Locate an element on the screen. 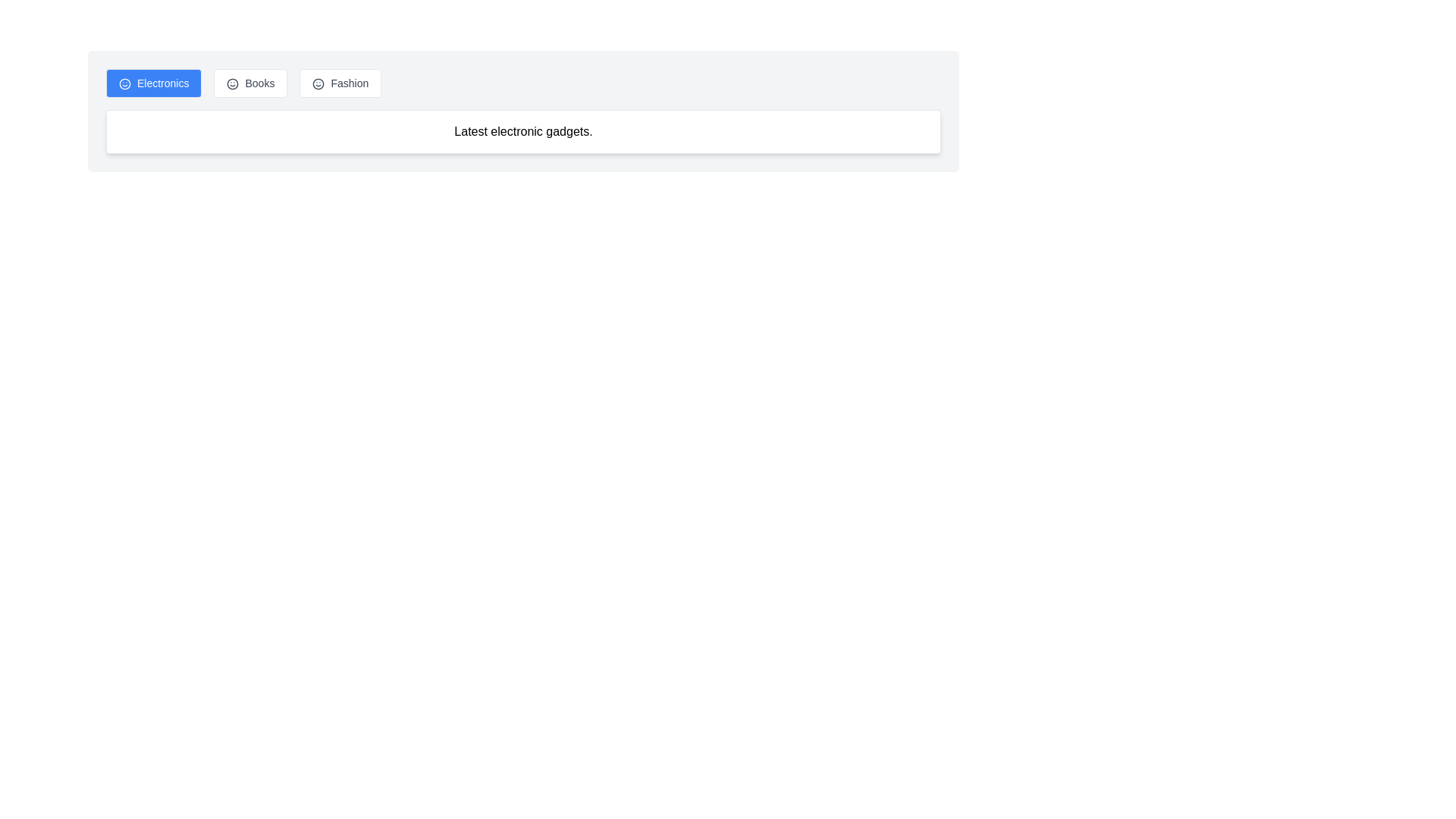 The image size is (1456, 819). the rectangular button with rounded corners and blue background labeled 'Electronics' is located at coordinates (154, 83).